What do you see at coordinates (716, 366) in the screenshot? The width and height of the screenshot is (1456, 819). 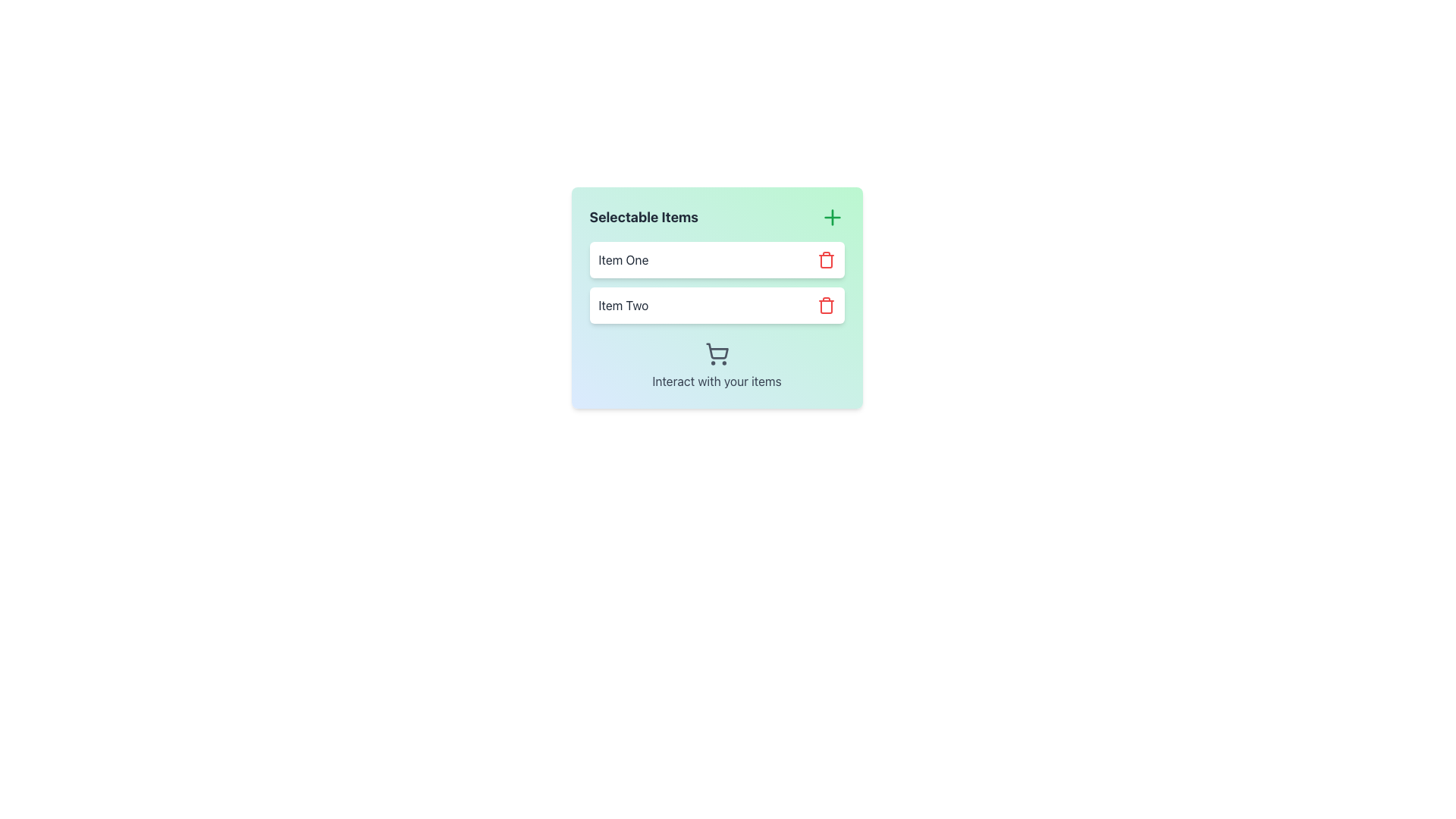 I see `the informational and interactive section located at the bottom of the centered card layout, right below 'Item One' and 'Item Two'` at bounding box center [716, 366].